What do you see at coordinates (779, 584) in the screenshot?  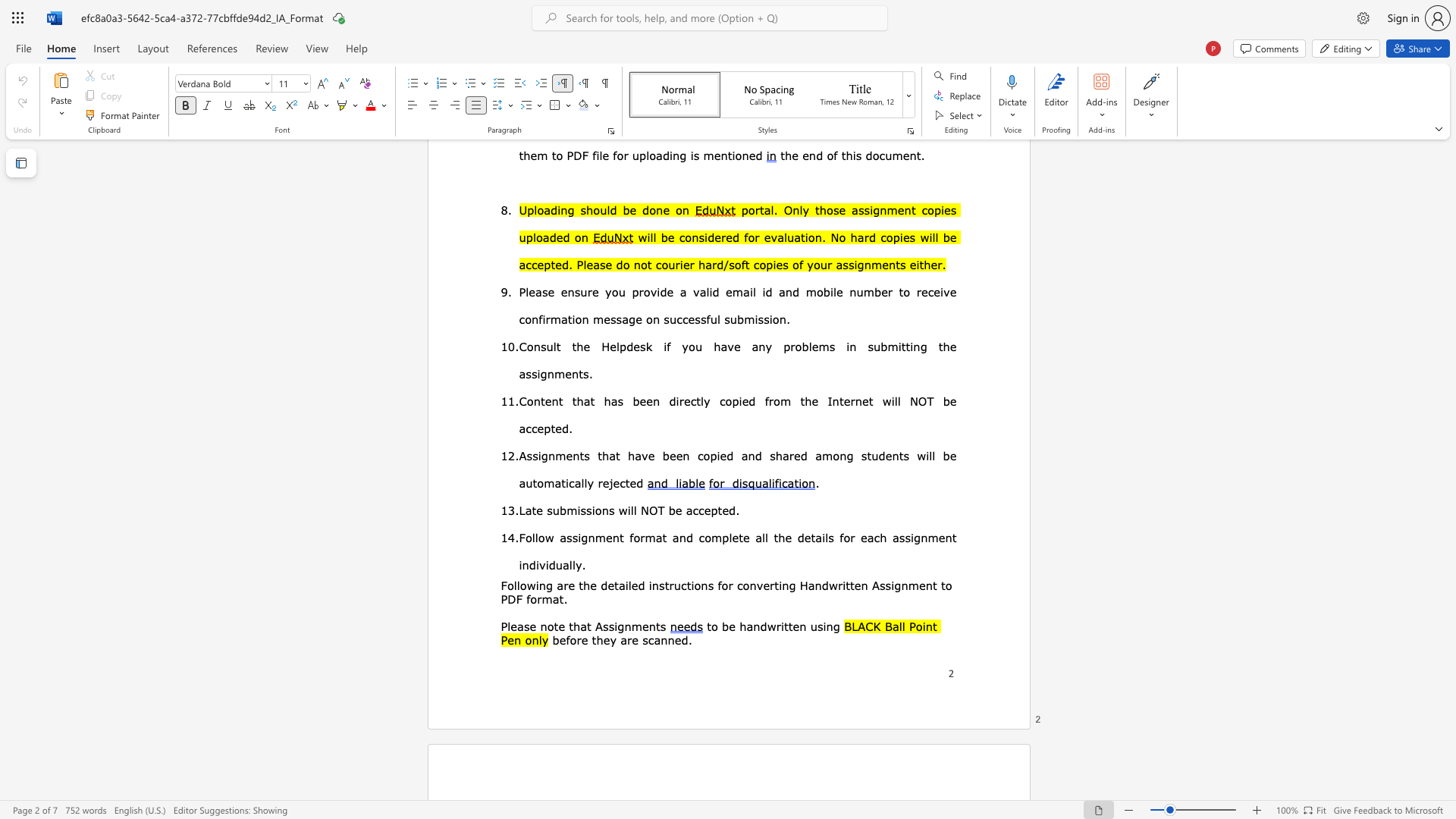 I see `the subset text "in" within the text "converting"` at bounding box center [779, 584].